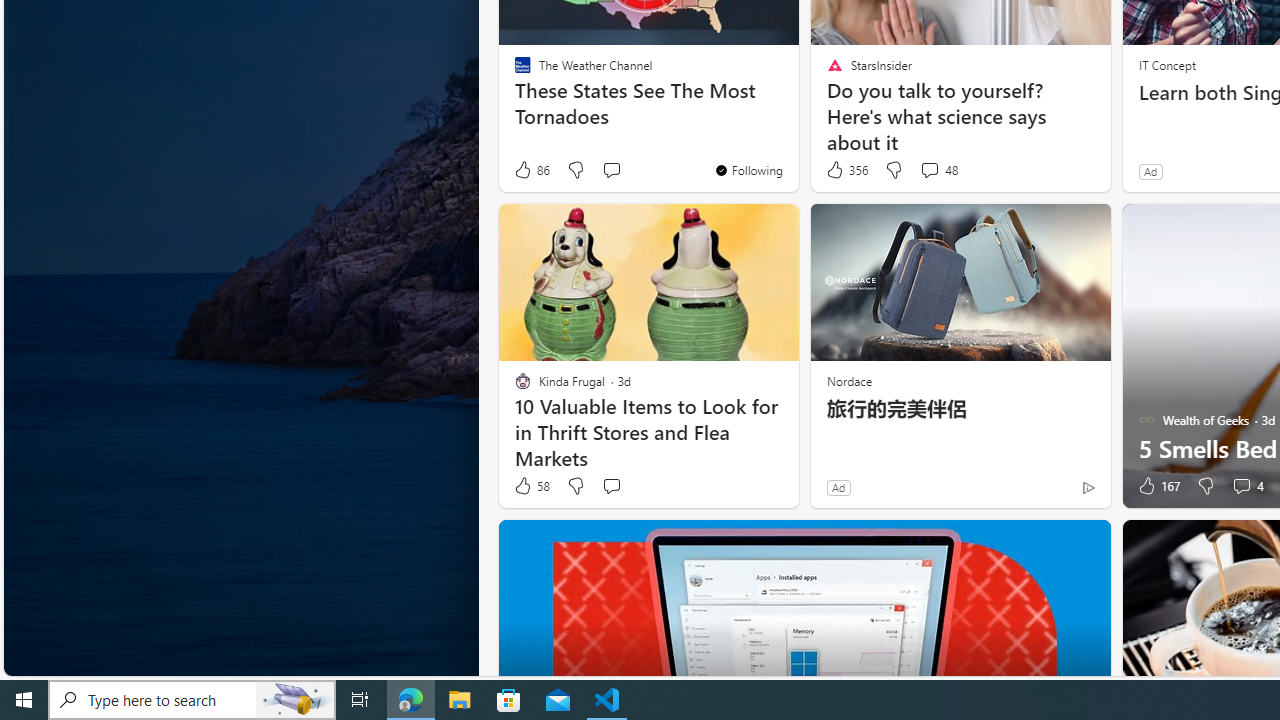 The height and width of the screenshot is (720, 1280). What do you see at coordinates (1204, 486) in the screenshot?
I see `'Dislike'` at bounding box center [1204, 486].